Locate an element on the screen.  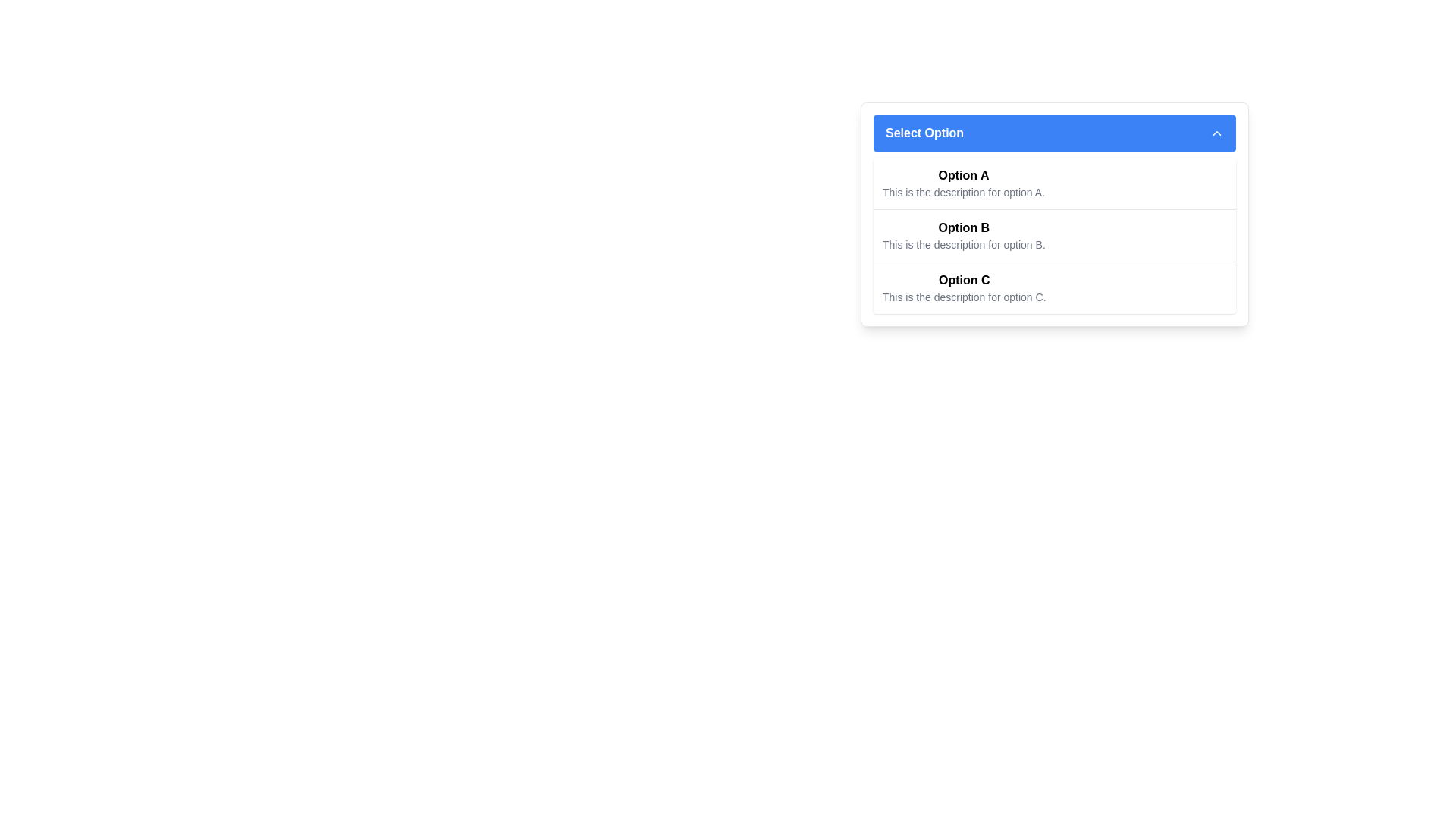
the text description element displaying 'This is the description for option B.' which is located directly below the 'Option B' label in the dropdown menu is located at coordinates (963, 244).